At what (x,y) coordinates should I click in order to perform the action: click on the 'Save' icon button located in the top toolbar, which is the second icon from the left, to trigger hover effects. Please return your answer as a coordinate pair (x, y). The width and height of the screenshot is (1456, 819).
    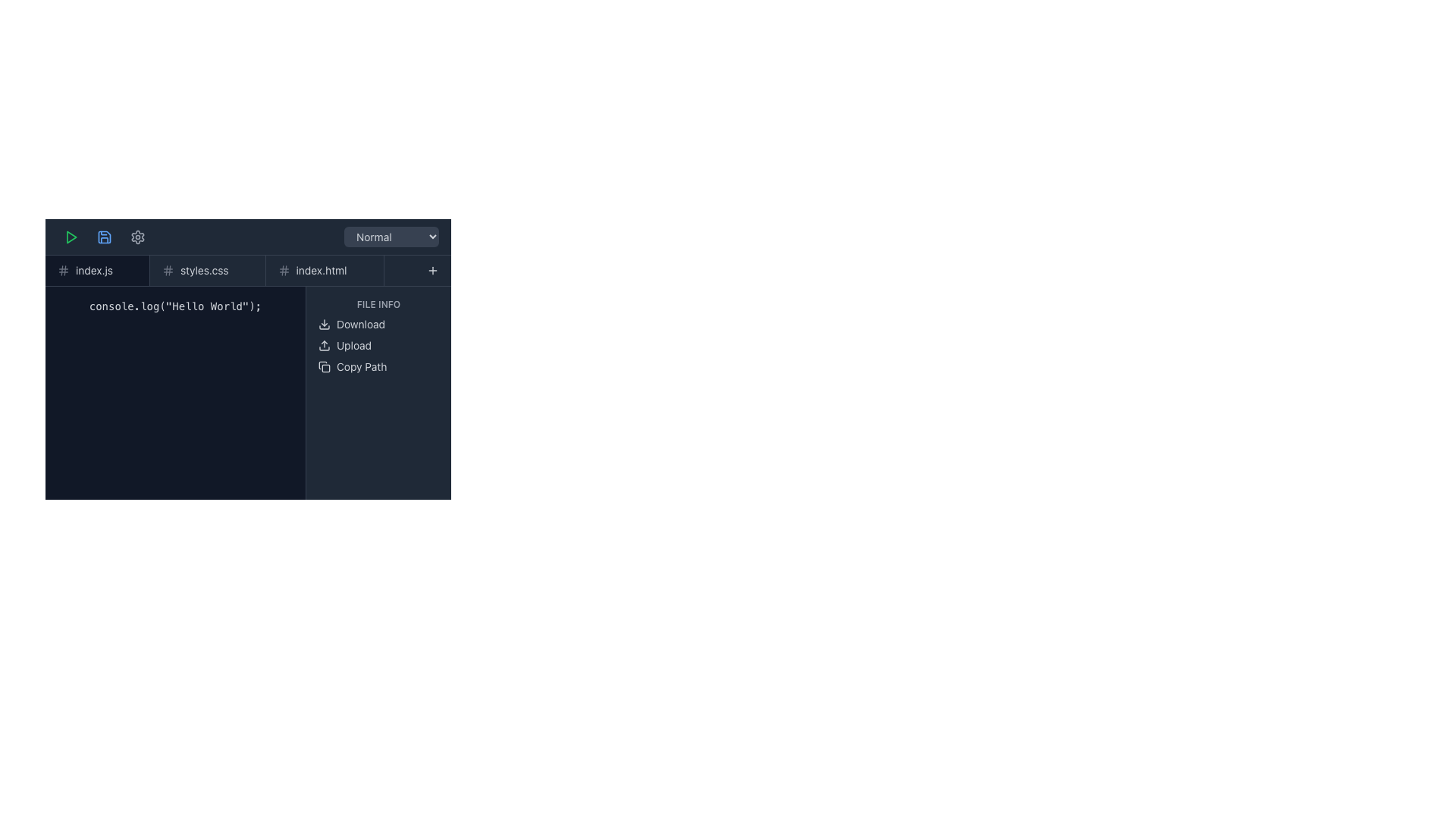
    Looking at the image, I should click on (104, 237).